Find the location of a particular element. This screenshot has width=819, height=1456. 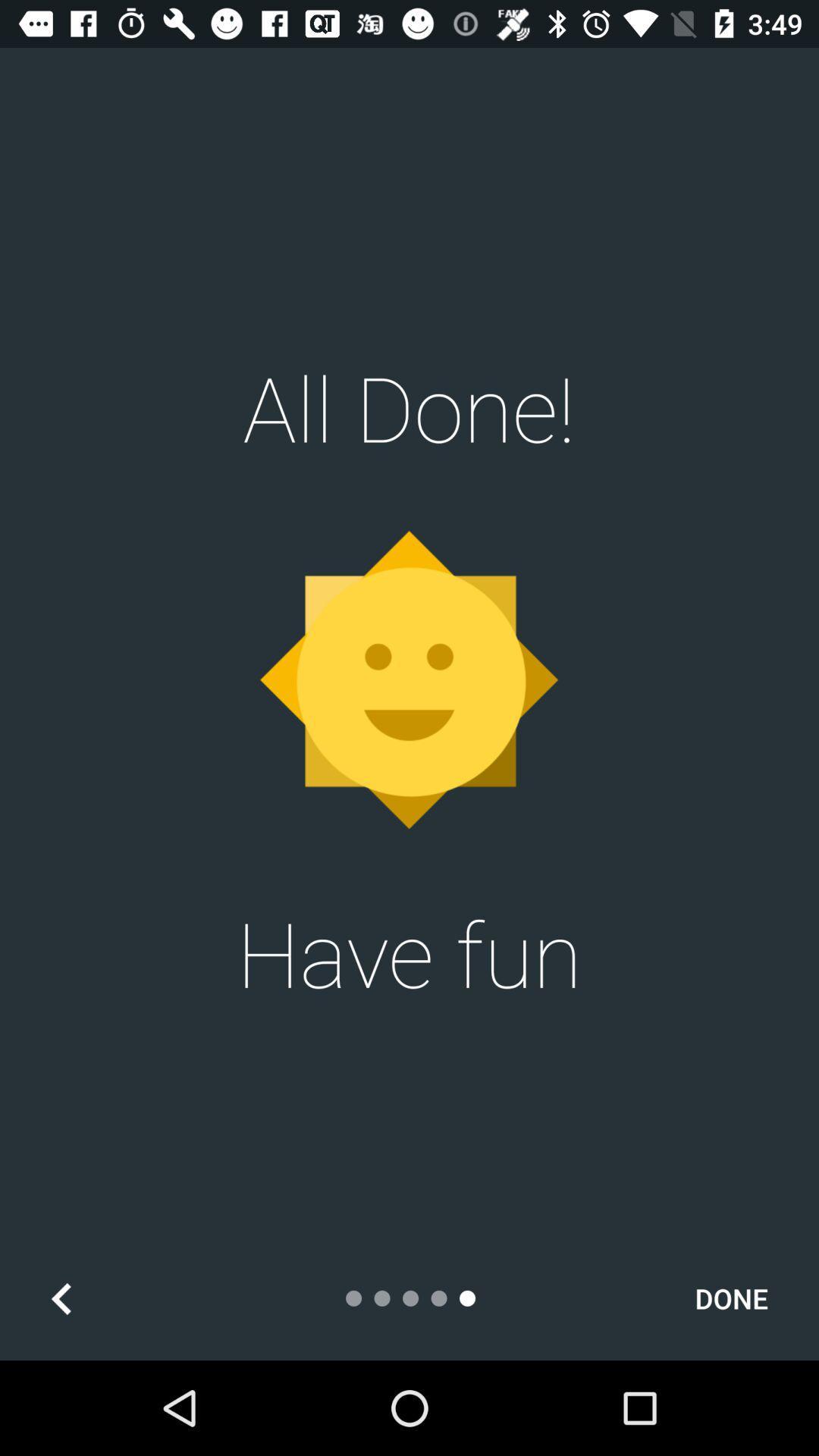

the arrow_backward icon is located at coordinates (61, 1298).